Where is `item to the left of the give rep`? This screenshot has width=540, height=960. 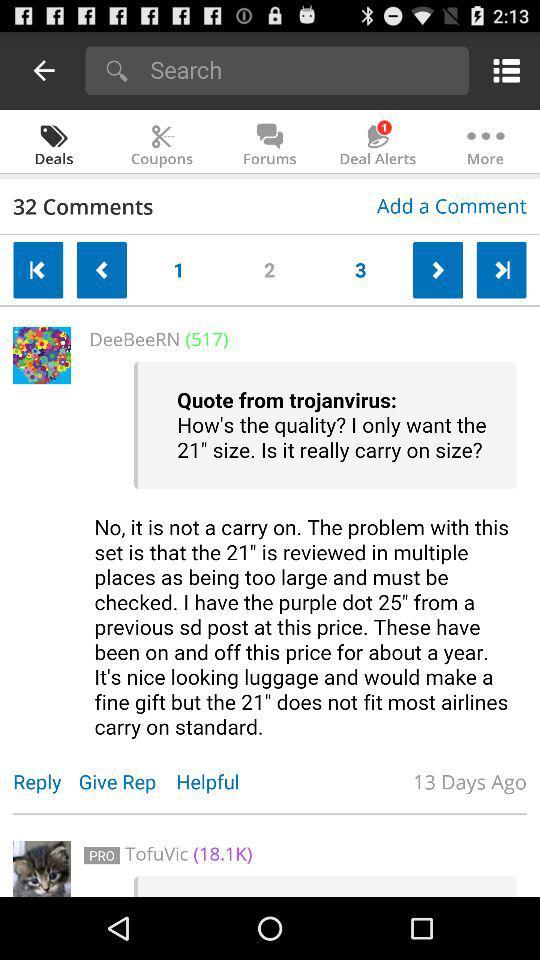
item to the left of the give rep is located at coordinates (45, 781).